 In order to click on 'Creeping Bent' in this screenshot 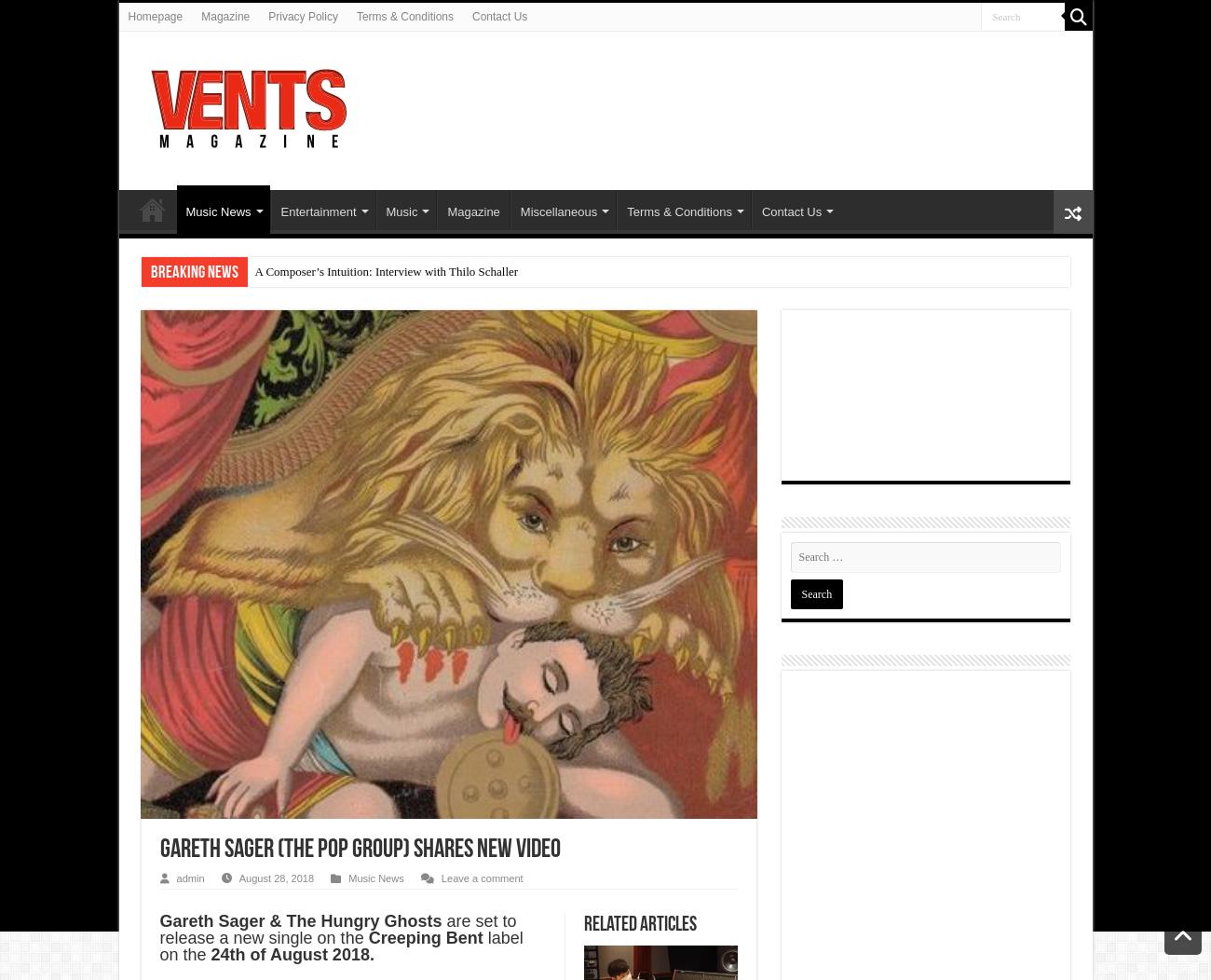, I will do `click(424, 937)`.